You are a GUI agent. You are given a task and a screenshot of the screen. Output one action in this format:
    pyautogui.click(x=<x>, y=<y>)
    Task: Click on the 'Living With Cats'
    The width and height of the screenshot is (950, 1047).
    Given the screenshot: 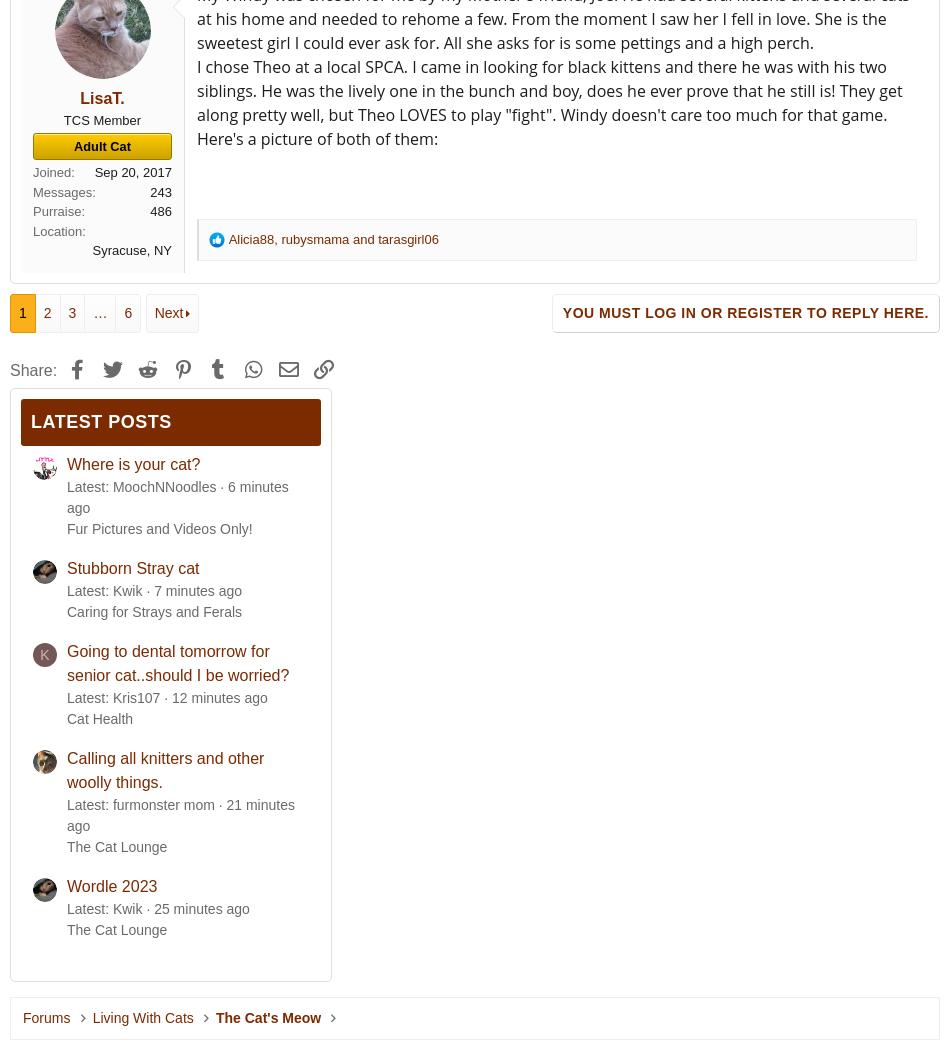 What is the action you would take?
    pyautogui.click(x=142, y=1017)
    